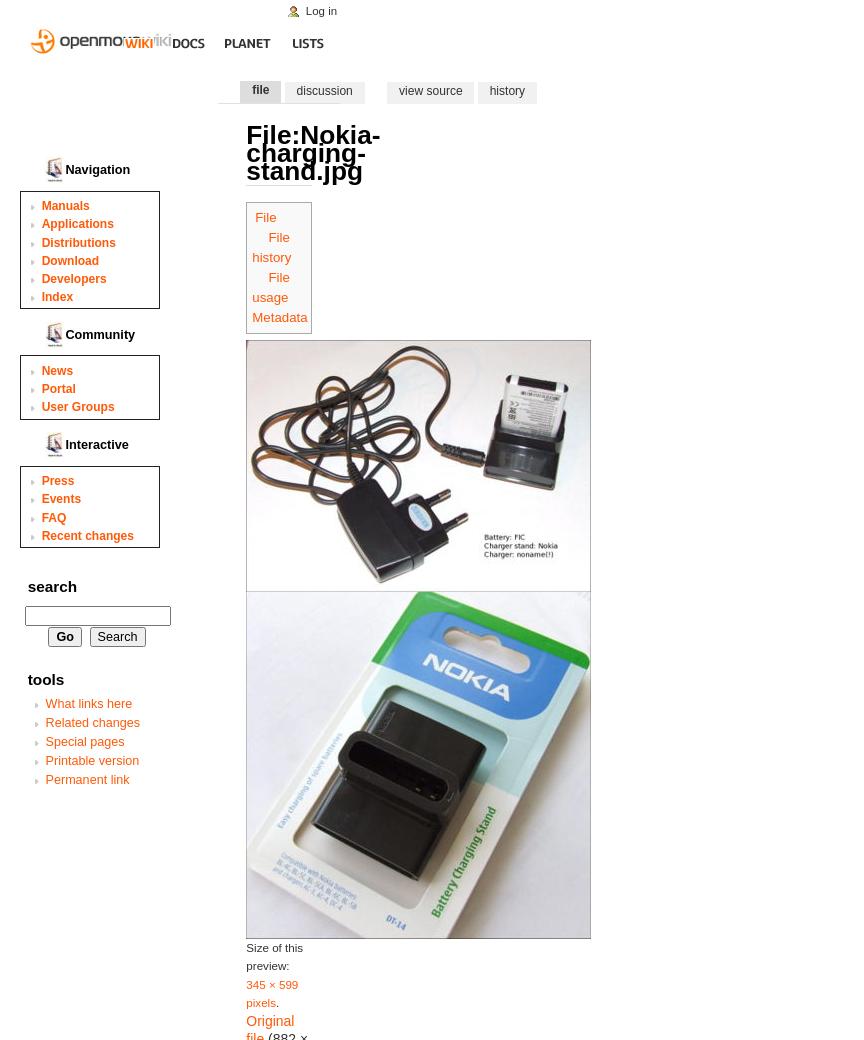 This screenshot has height=1040, width=864. I want to click on 'Recent changes', so click(87, 533).